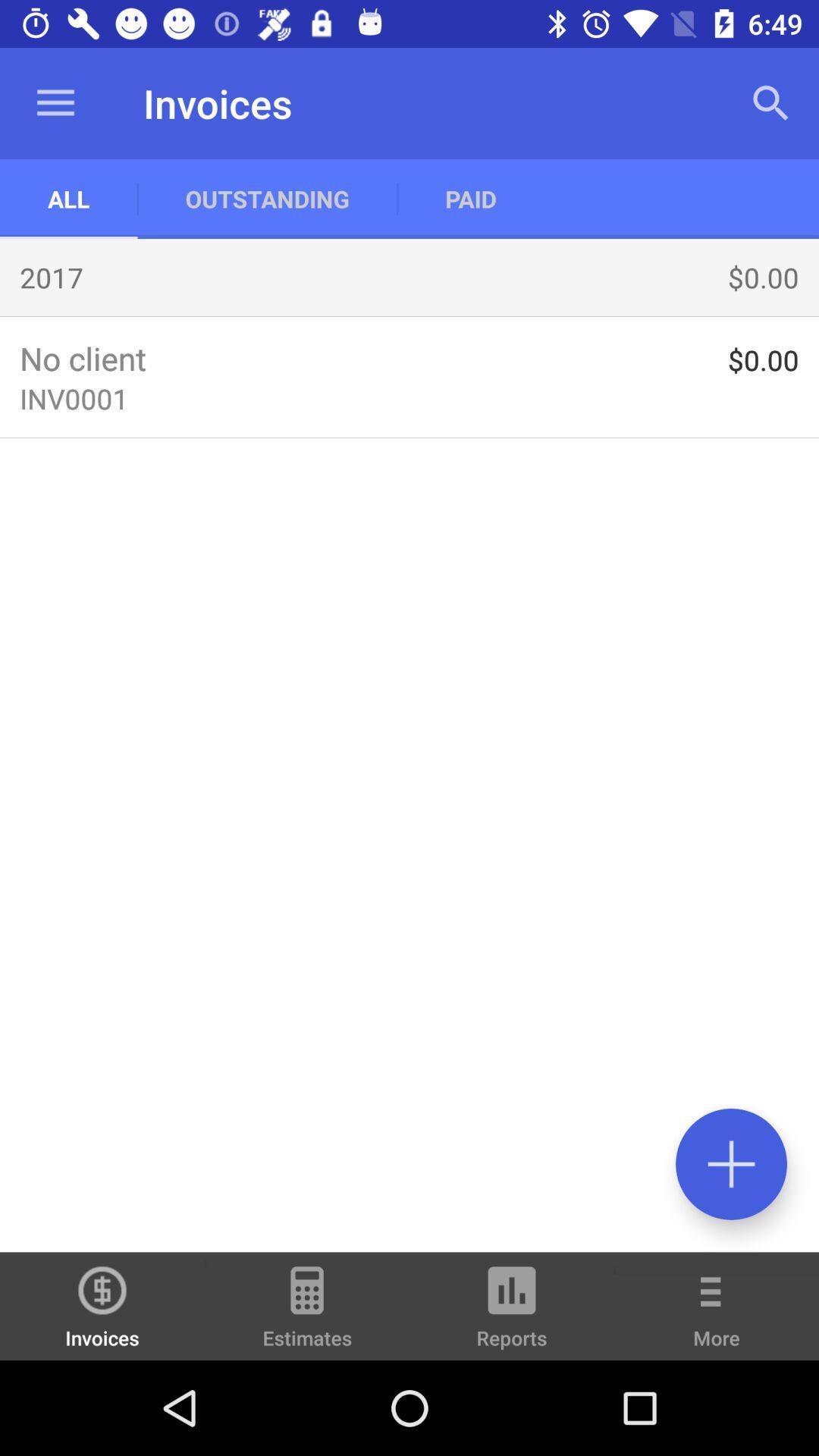  Describe the element at coordinates (470, 198) in the screenshot. I see `the app to the right of the outstanding icon` at that location.